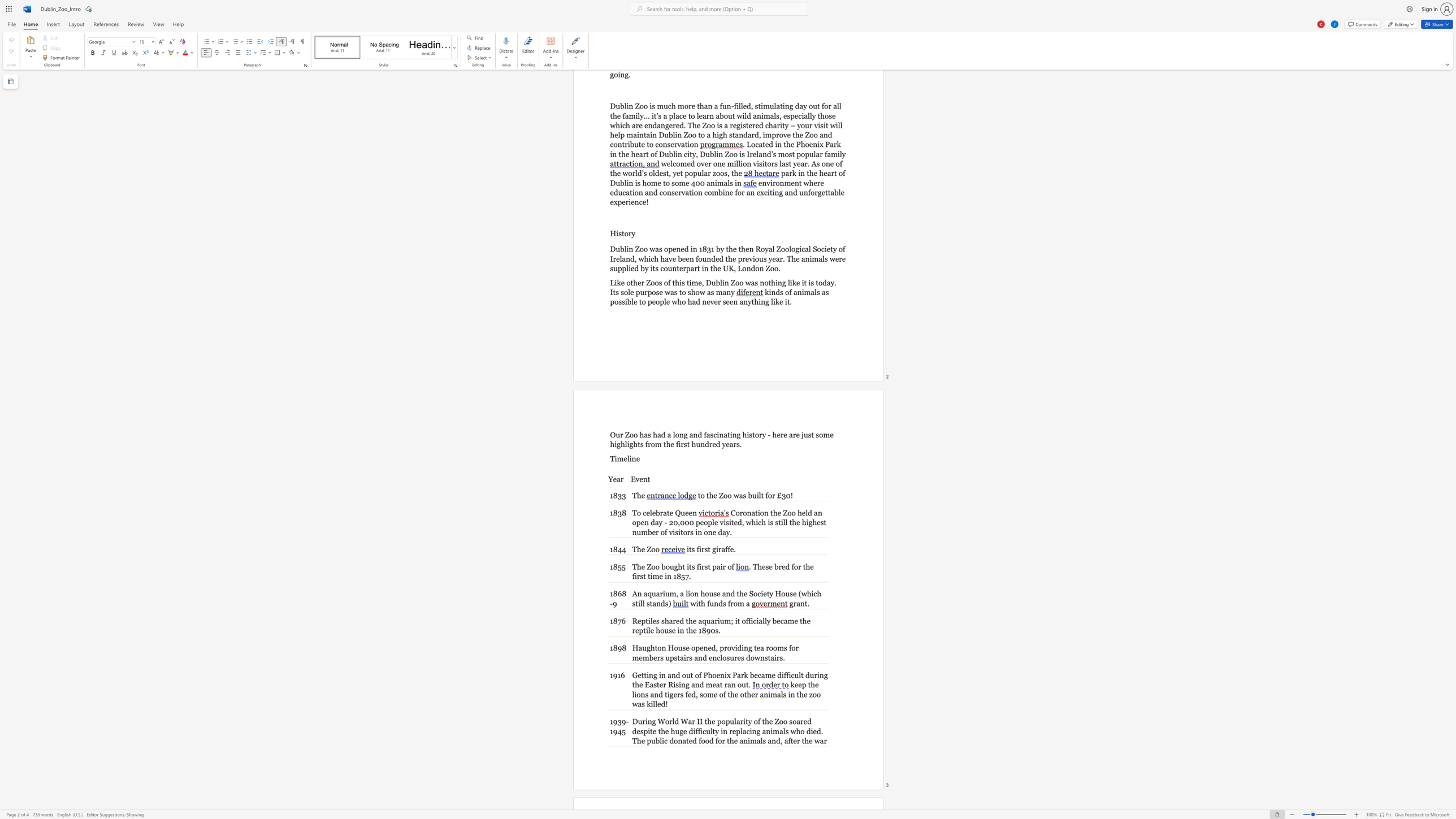 This screenshot has width=1456, height=819. I want to click on the subset text "th funds fr" within the text "with funds from a", so click(697, 603).